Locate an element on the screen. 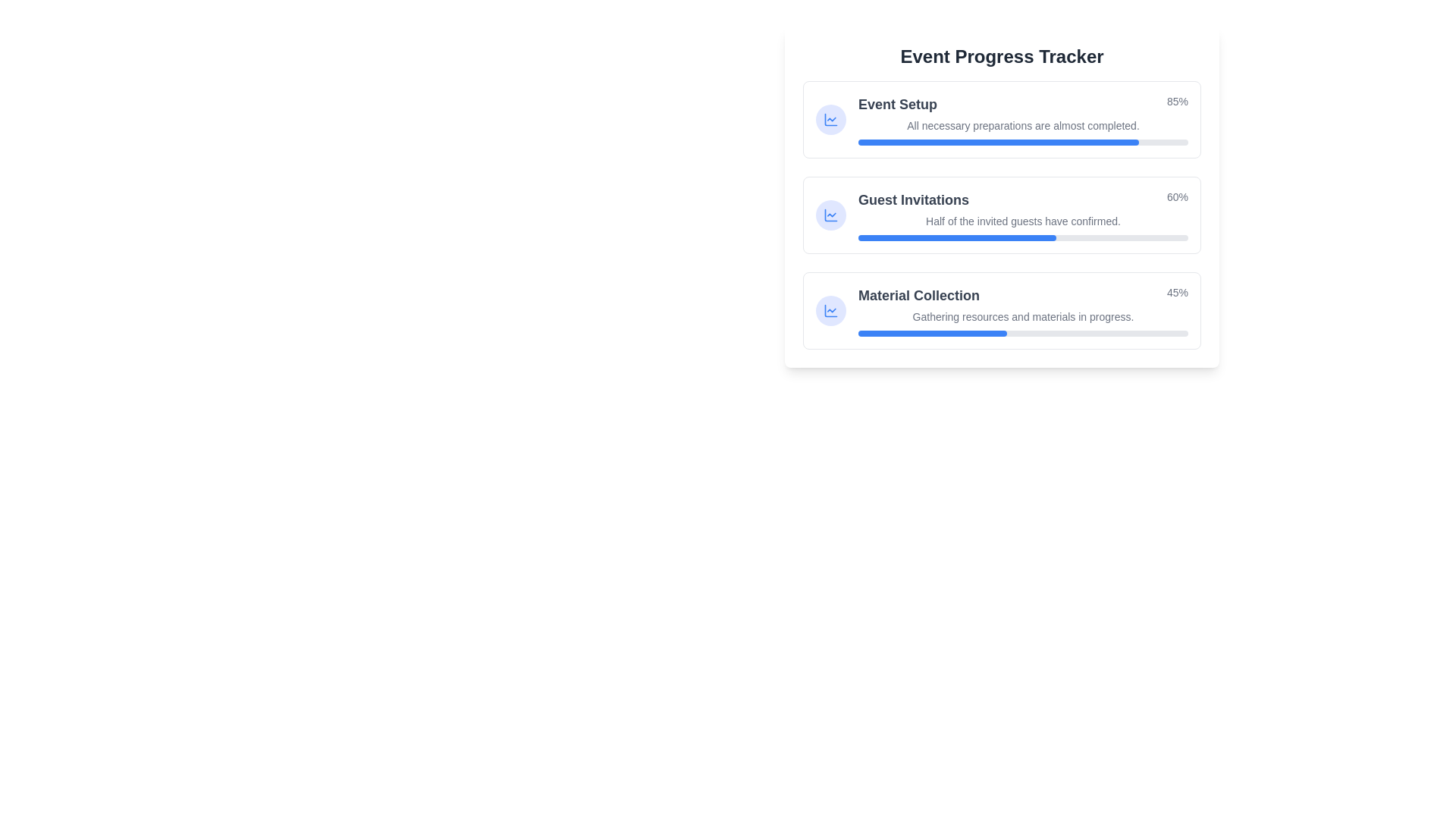 The width and height of the screenshot is (1456, 819). displayed percentage from the small text block showing '85%' in light gray font, located in the top-right corner of the 'Event Setup' section in the Event Progress Tracker interface is located at coordinates (1176, 104).